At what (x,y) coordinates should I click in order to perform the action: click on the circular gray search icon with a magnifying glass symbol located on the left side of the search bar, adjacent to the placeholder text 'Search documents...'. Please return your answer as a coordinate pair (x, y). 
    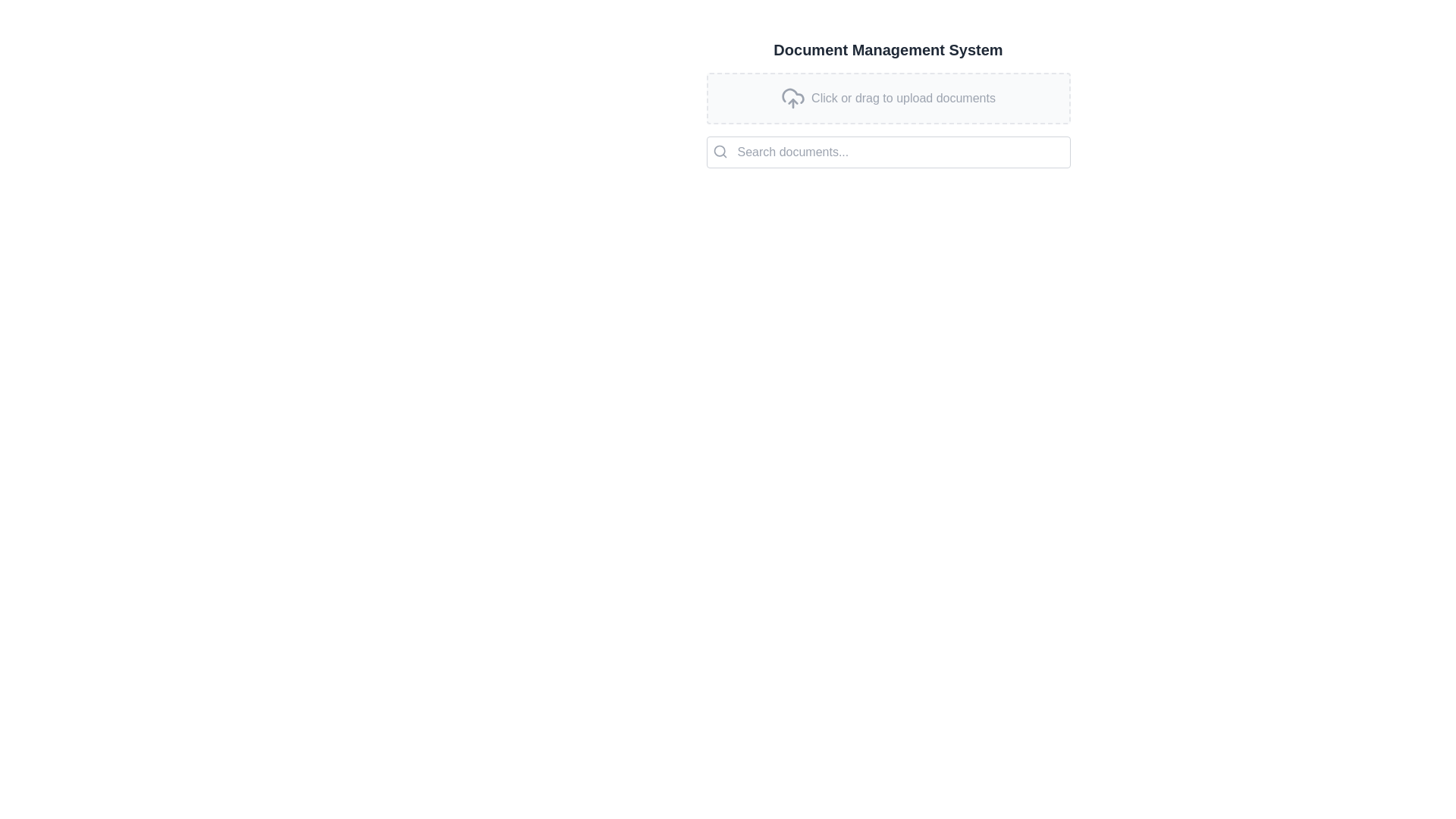
    Looking at the image, I should click on (719, 152).